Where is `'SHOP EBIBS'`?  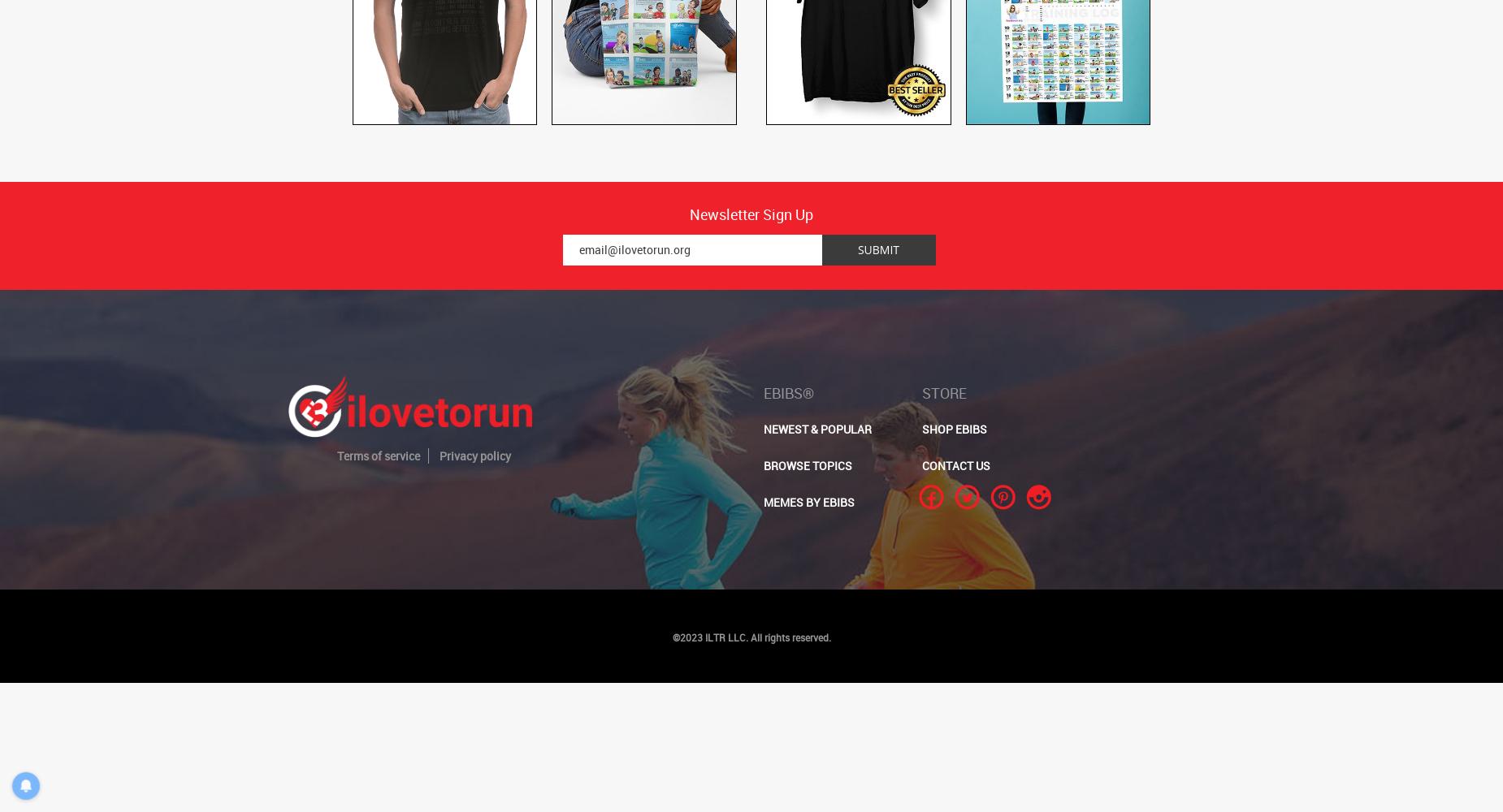 'SHOP EBIBS' is located at coordinates (953, 429).